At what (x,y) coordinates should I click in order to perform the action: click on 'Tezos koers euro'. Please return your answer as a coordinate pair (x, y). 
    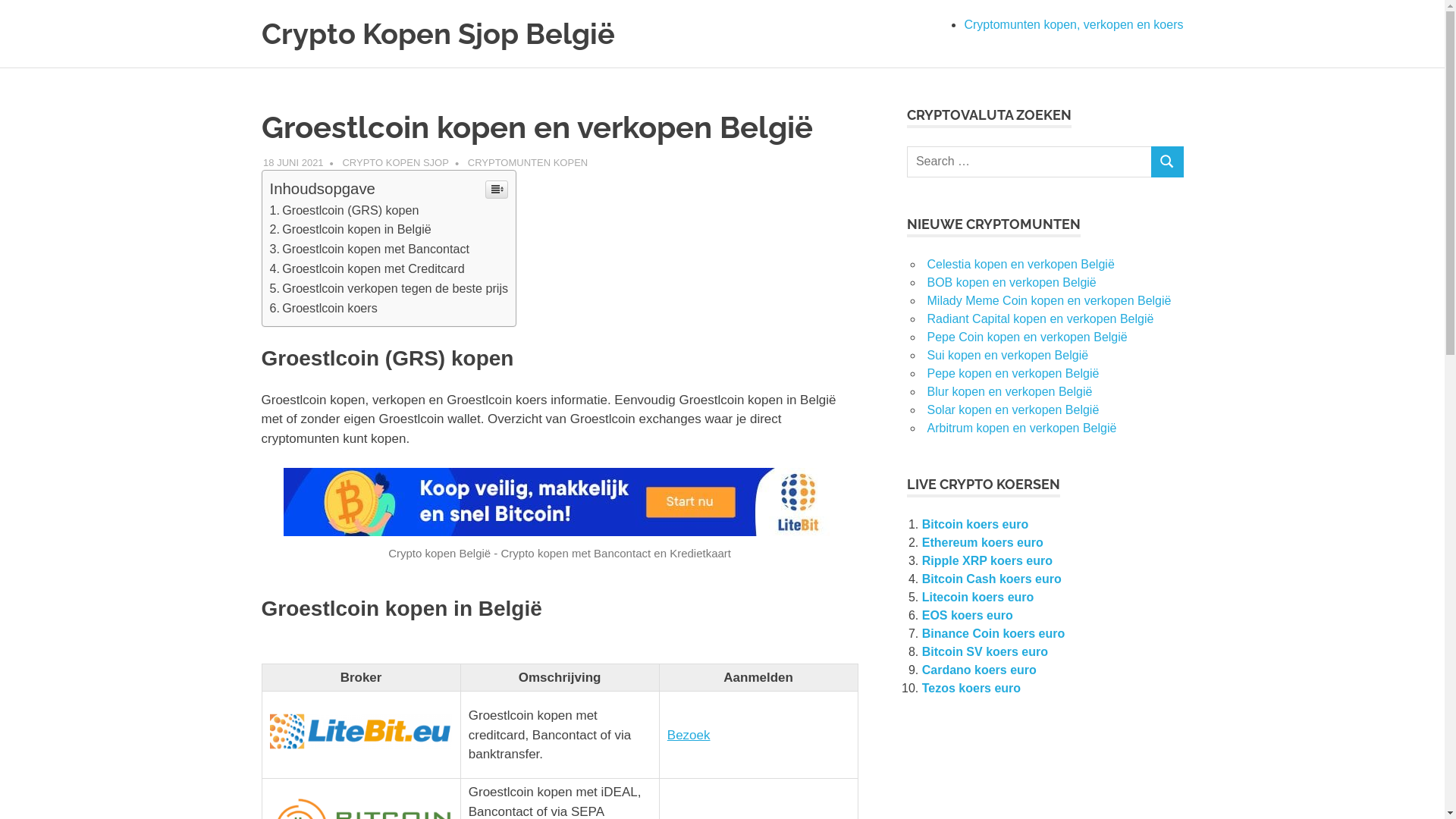
    Looking at the image, I should click on (971, 688).